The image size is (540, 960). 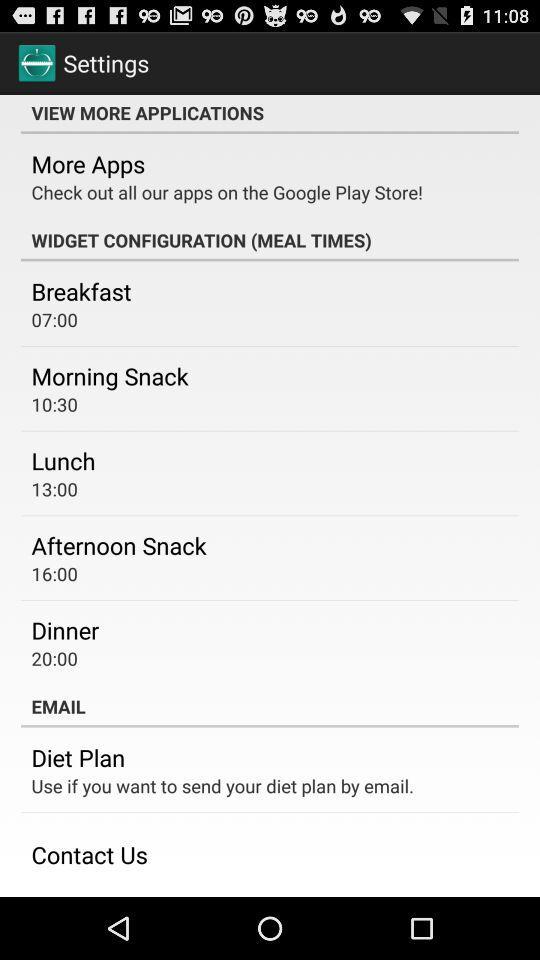 What do you see at coordinates (110, 374) in the screenshot?
I see `app above 10:30 item` at bounding box center [110, 374].